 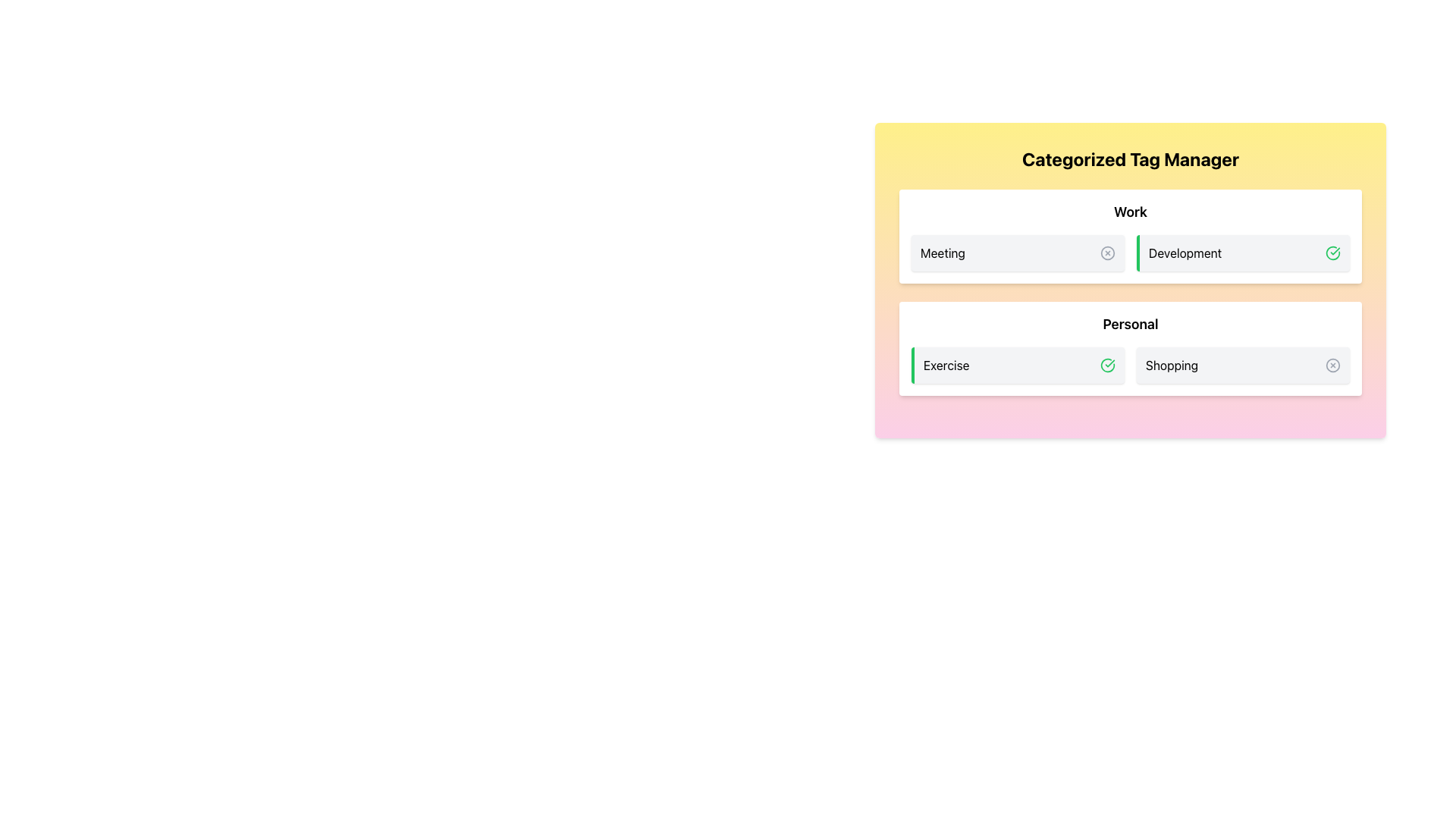 I want to click on the 'Exercise' text label, which is a bold, dark-colored title, so click(x=946, y=366).